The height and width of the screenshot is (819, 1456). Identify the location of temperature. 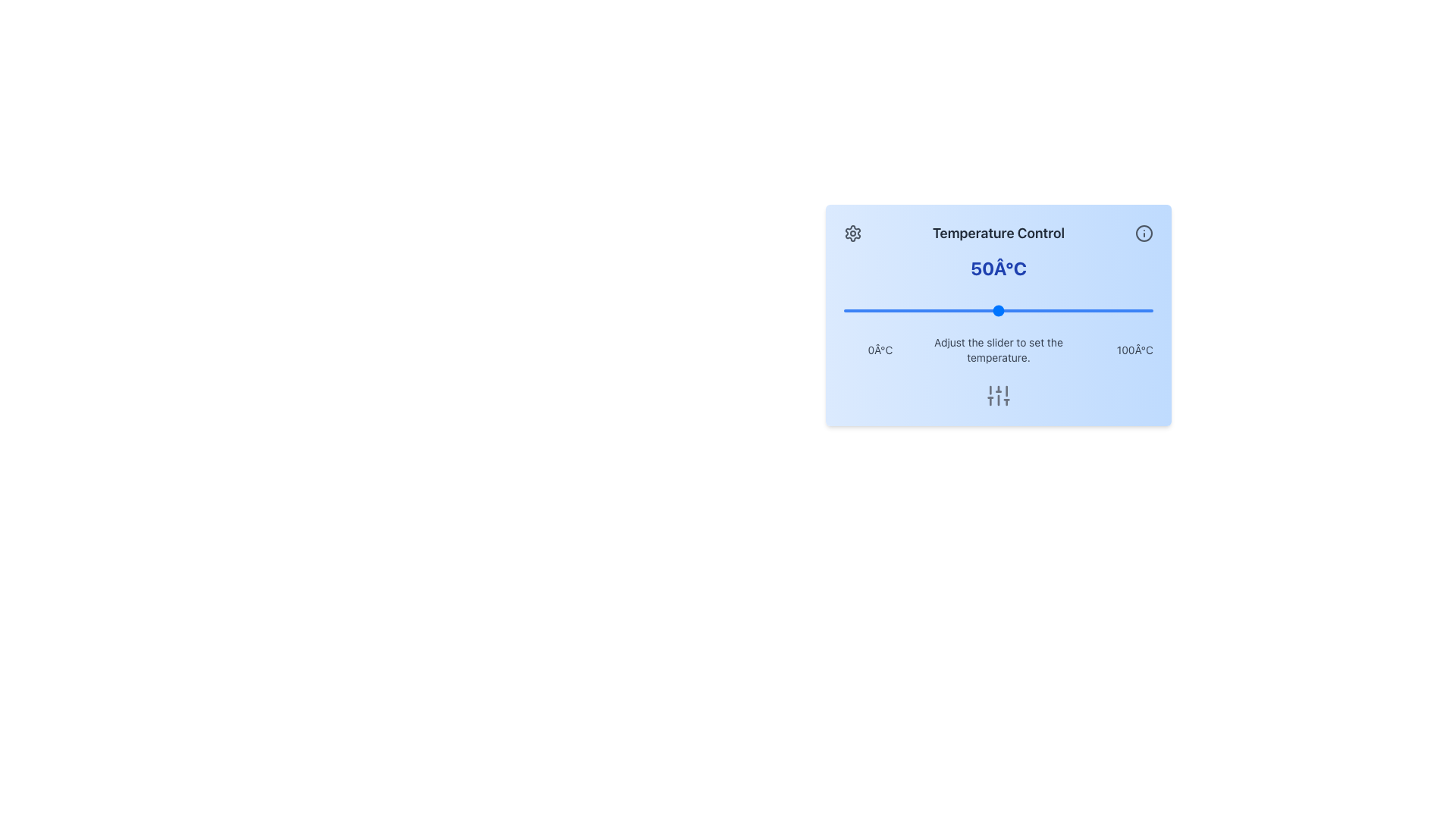
(871, 309).